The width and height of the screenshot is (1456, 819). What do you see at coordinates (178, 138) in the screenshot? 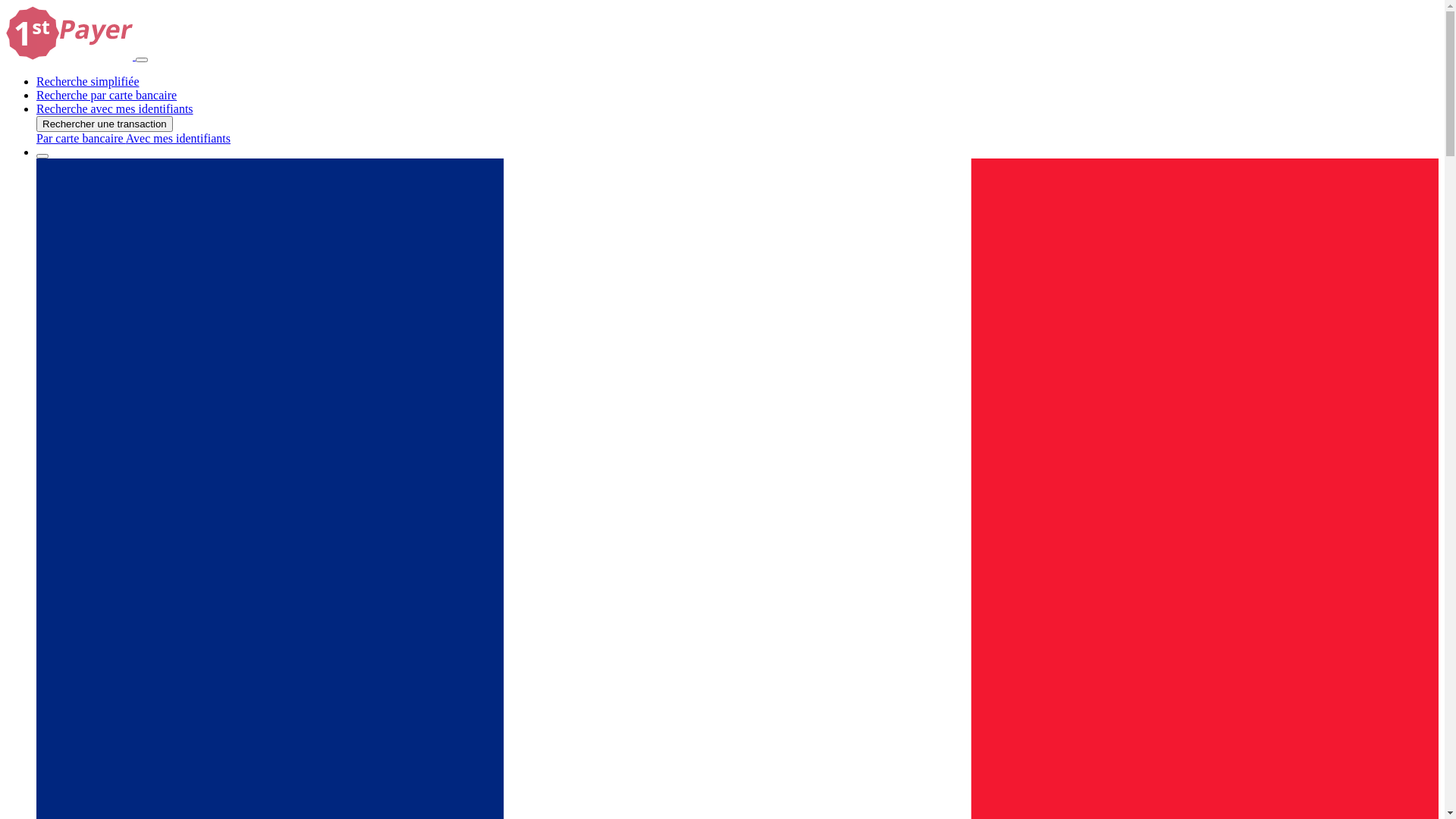
I see `'Avec mes identifiants'` at bounding box center [178, 138].